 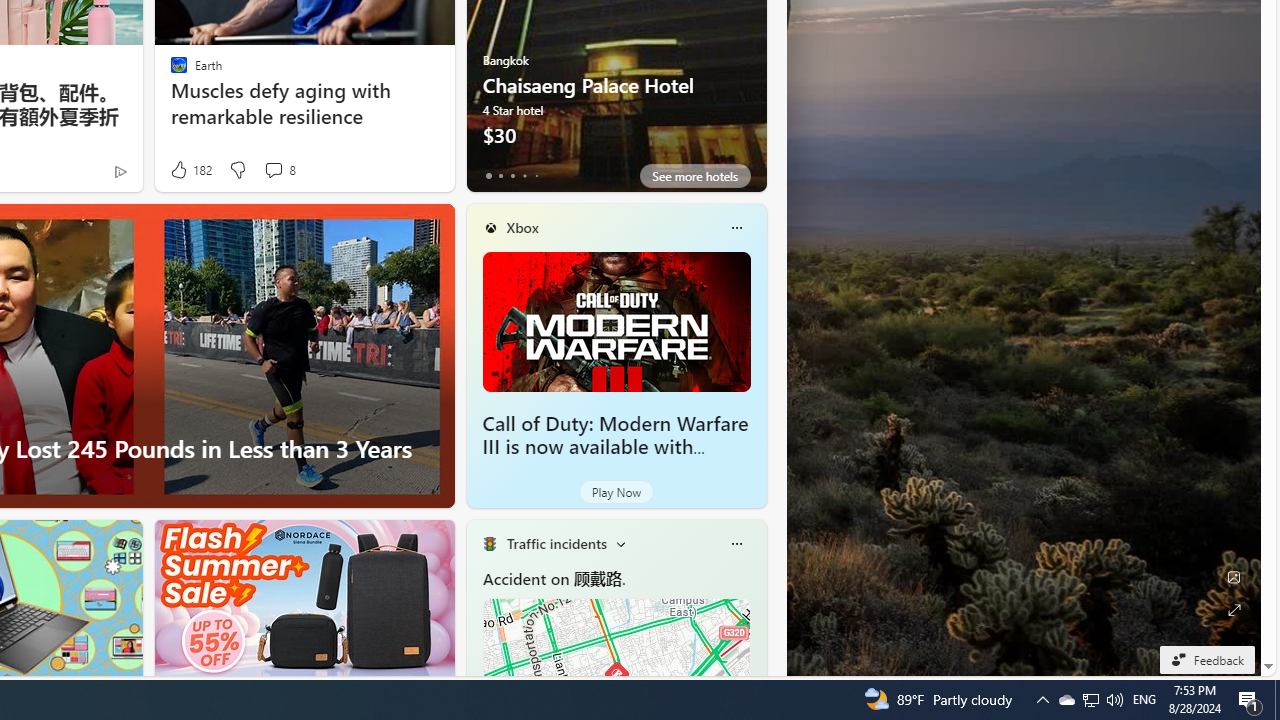 What do you see at coordinates (619, 543) in the screenshot?
I see `'Change scenarios'` at bounding box center [619, 543].